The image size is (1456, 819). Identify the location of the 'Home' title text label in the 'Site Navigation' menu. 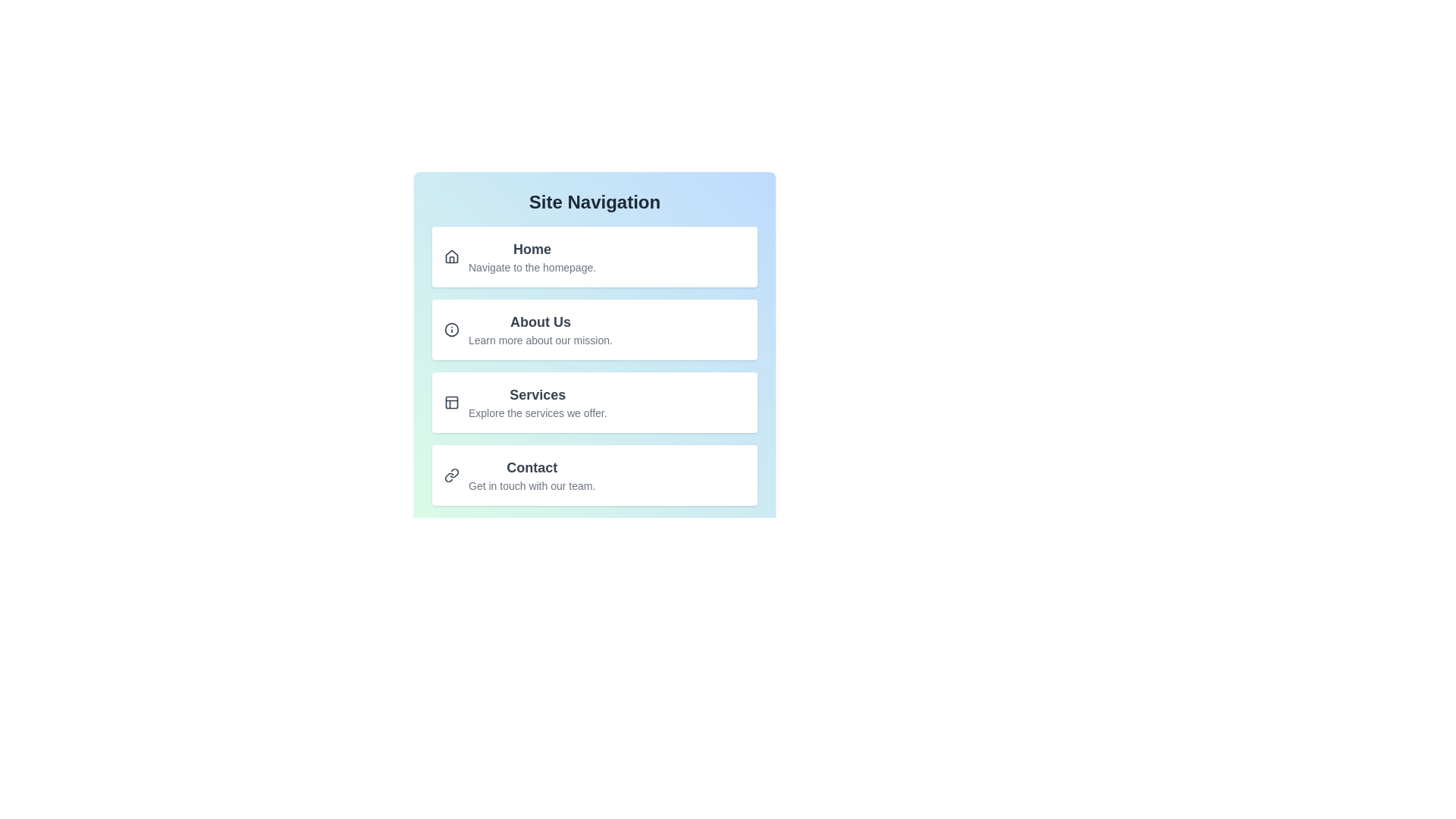
(532, 248).